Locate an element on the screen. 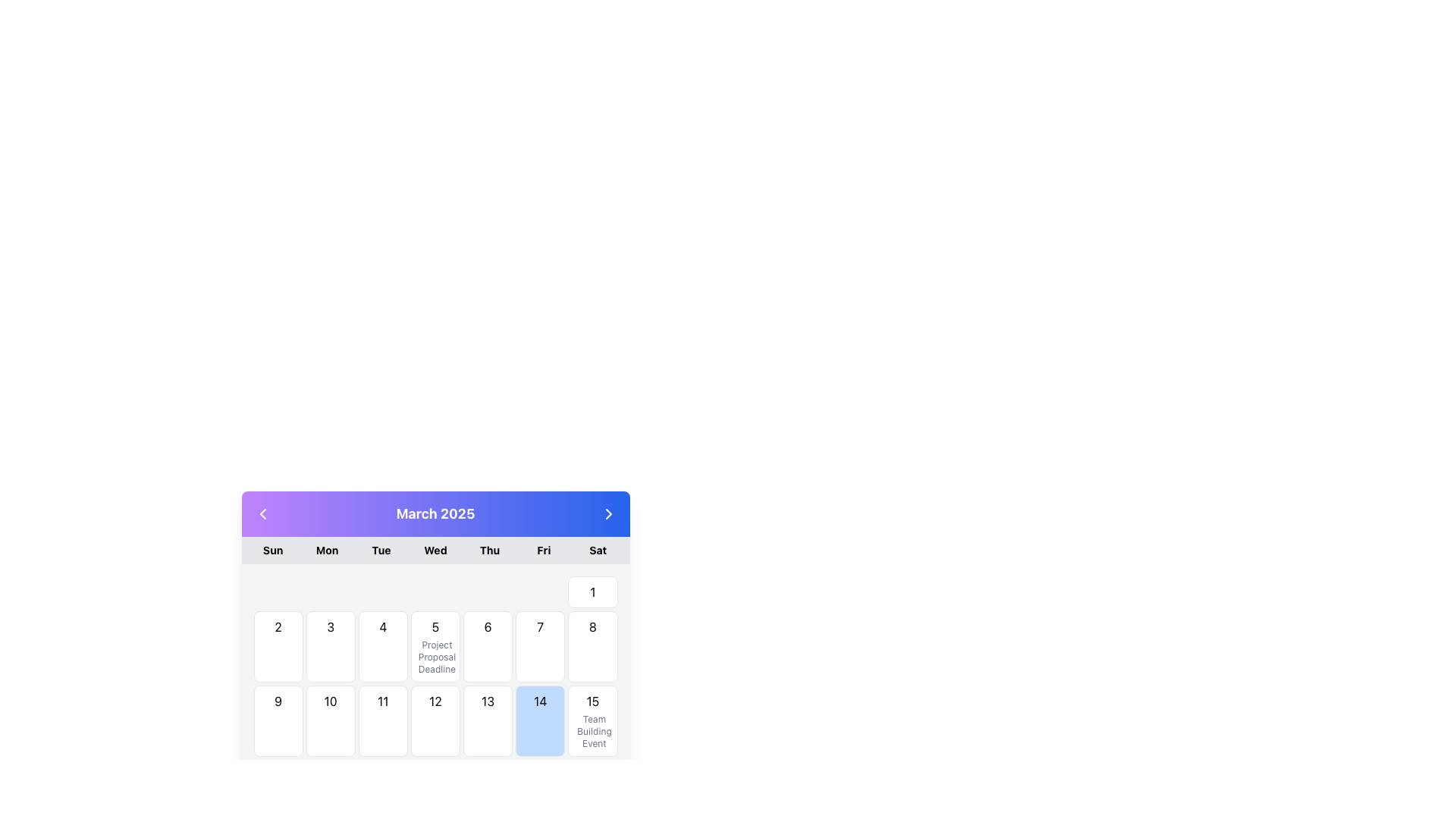 The height and width of the screenshot is (819, 1456). the text label reading 'Team Building Event' which is centered within the calendar cell for the 15th day of the month is located at coordinates (592, 730).